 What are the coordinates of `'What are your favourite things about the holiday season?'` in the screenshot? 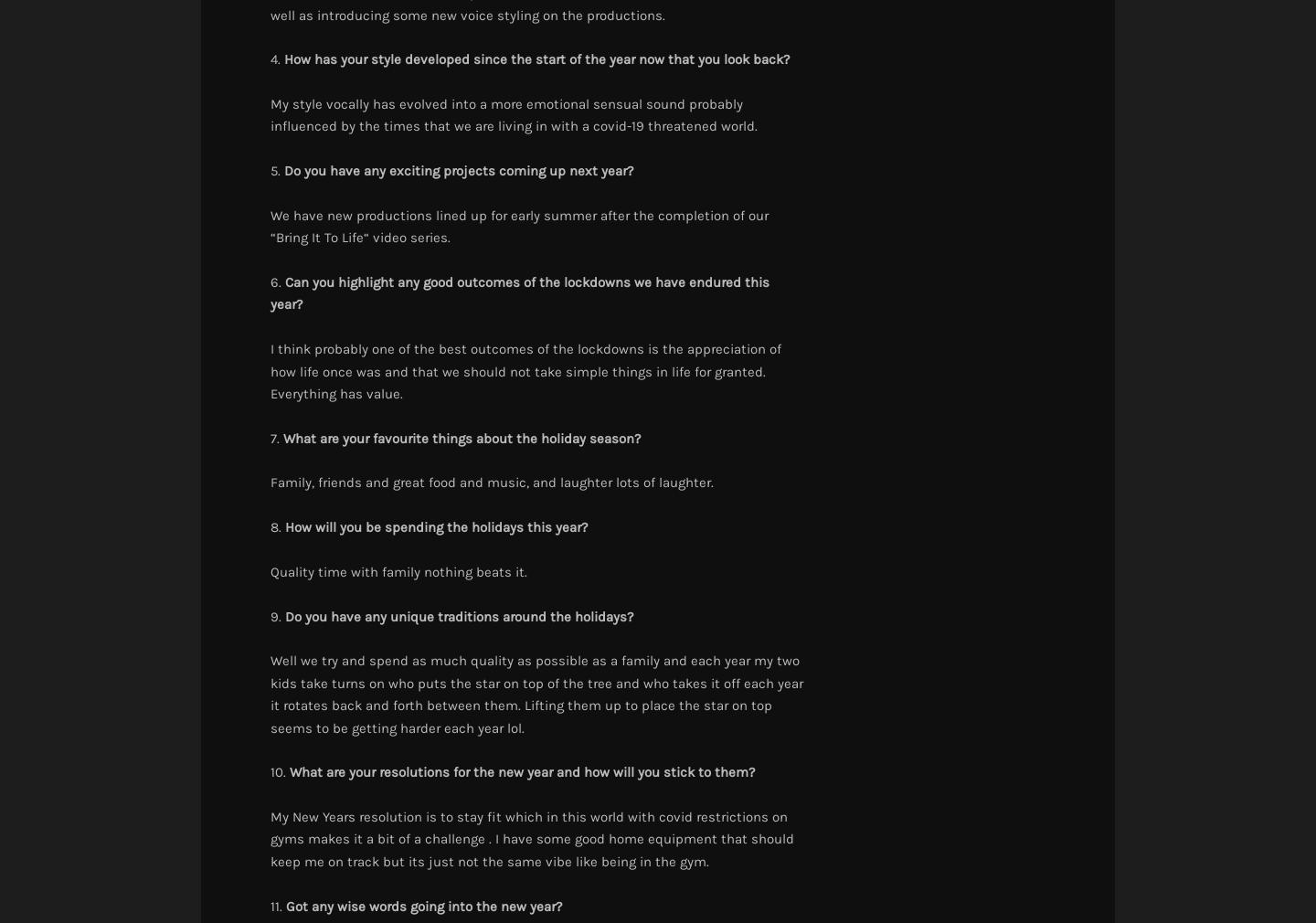 It's located at (283, 438).